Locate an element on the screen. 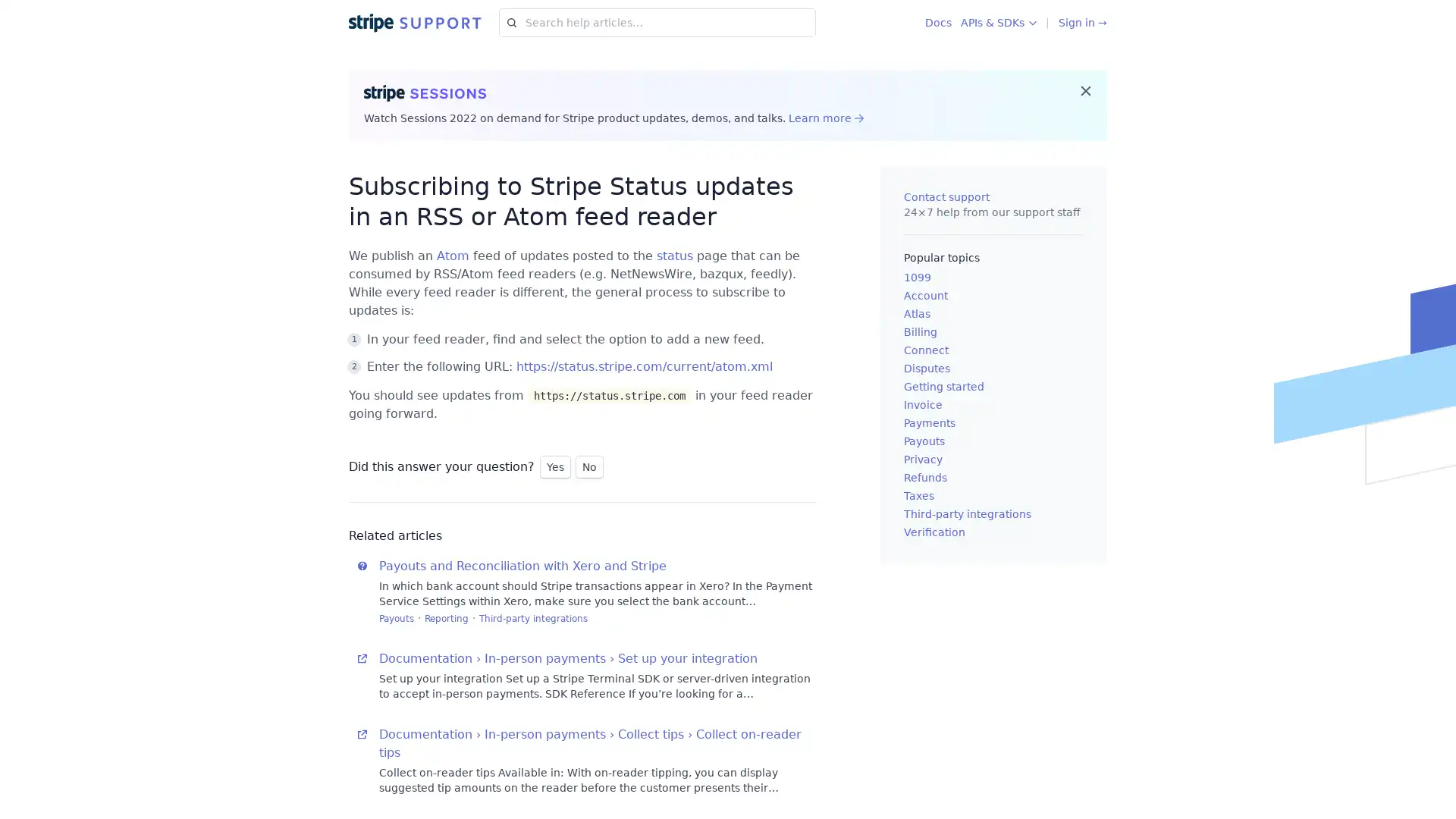 This screenshot has width=1456, height=819. Yes is located at coordinates (554, 466).